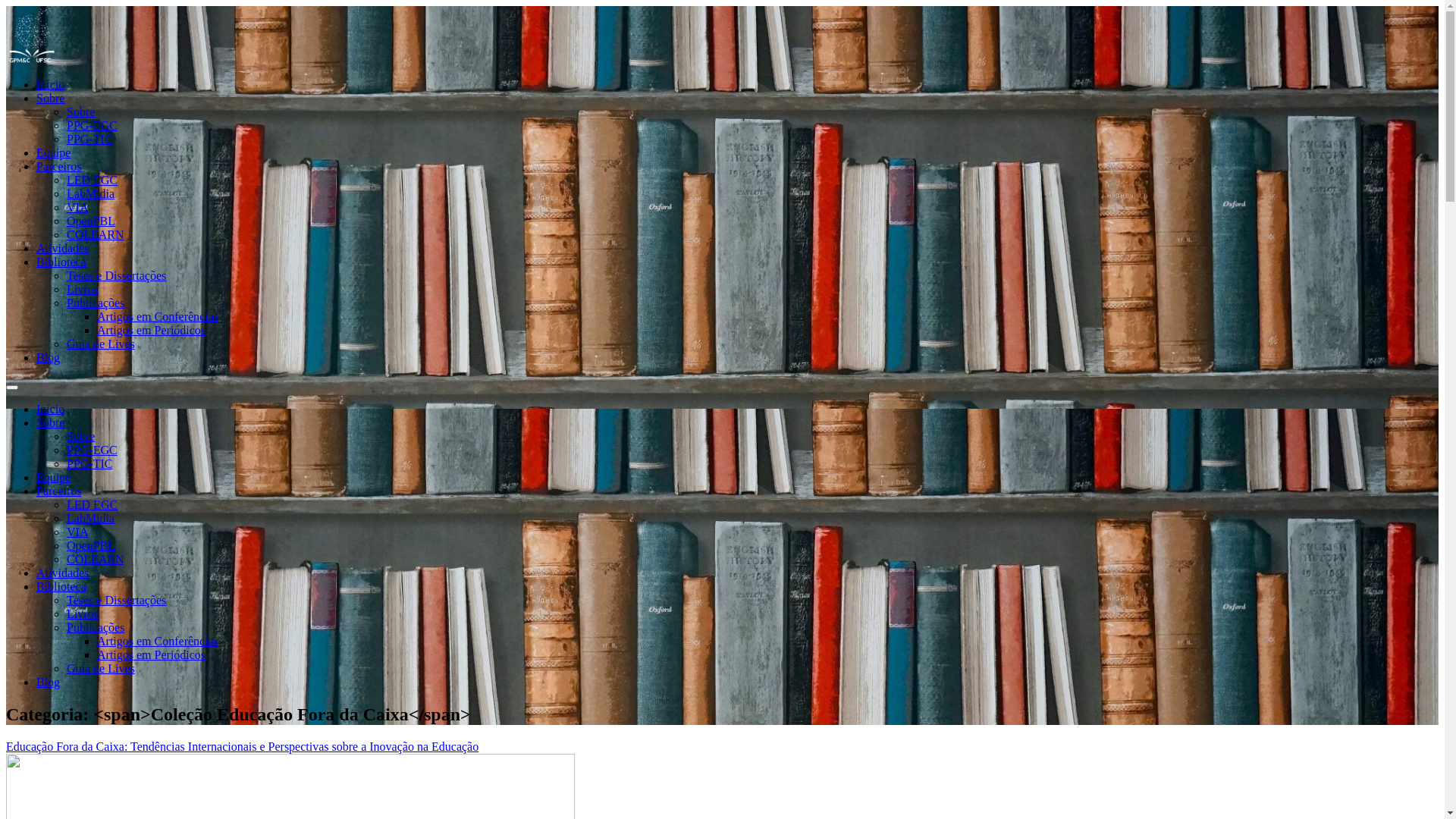 The image size is (1456, 819). I want to click on 'OpenPBL', so click(90, 221).